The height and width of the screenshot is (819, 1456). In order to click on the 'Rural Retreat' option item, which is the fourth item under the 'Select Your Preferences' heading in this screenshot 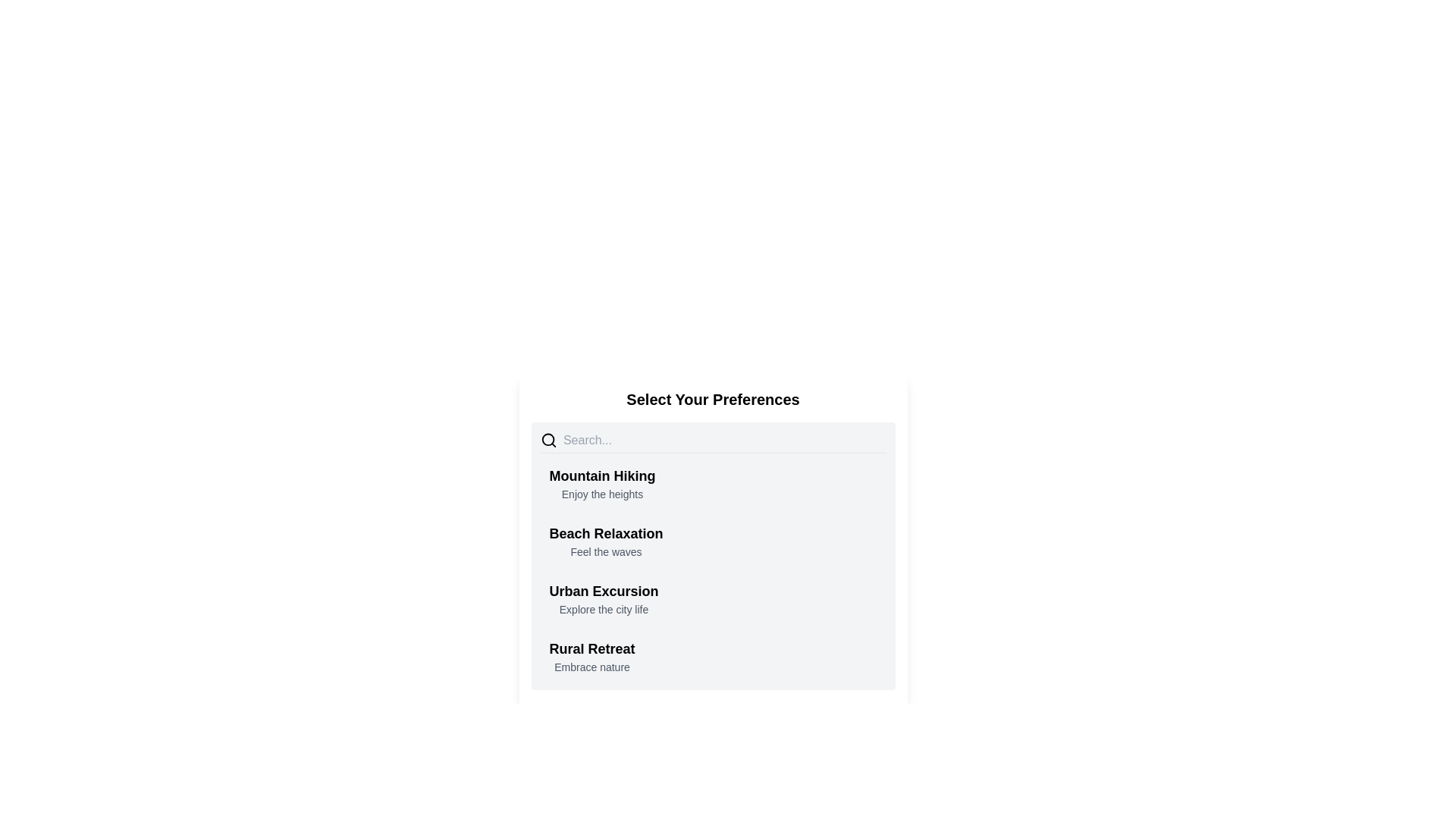, I will do `click(591, 656)`.